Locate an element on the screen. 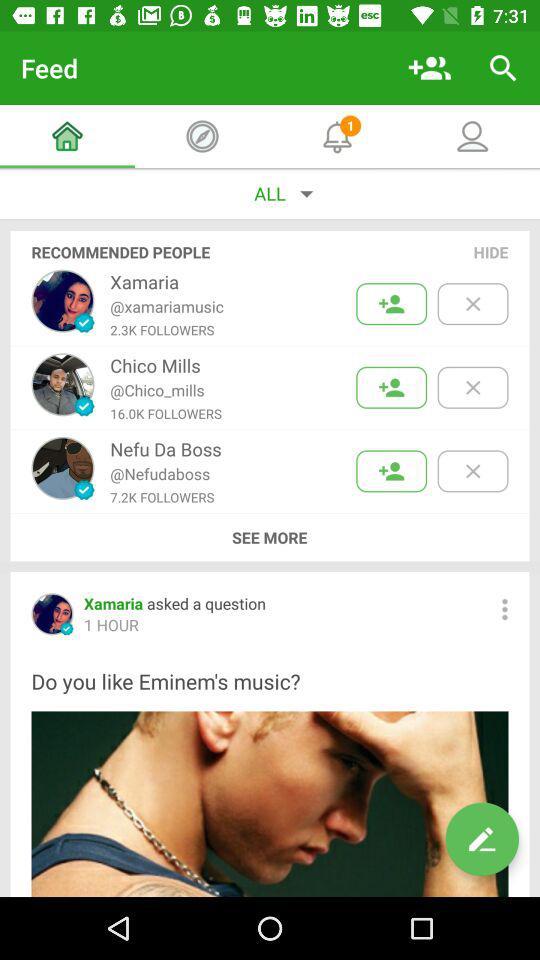 This screenshot has width=540, height=960. to hide follower is located at coordinates (472, 471).